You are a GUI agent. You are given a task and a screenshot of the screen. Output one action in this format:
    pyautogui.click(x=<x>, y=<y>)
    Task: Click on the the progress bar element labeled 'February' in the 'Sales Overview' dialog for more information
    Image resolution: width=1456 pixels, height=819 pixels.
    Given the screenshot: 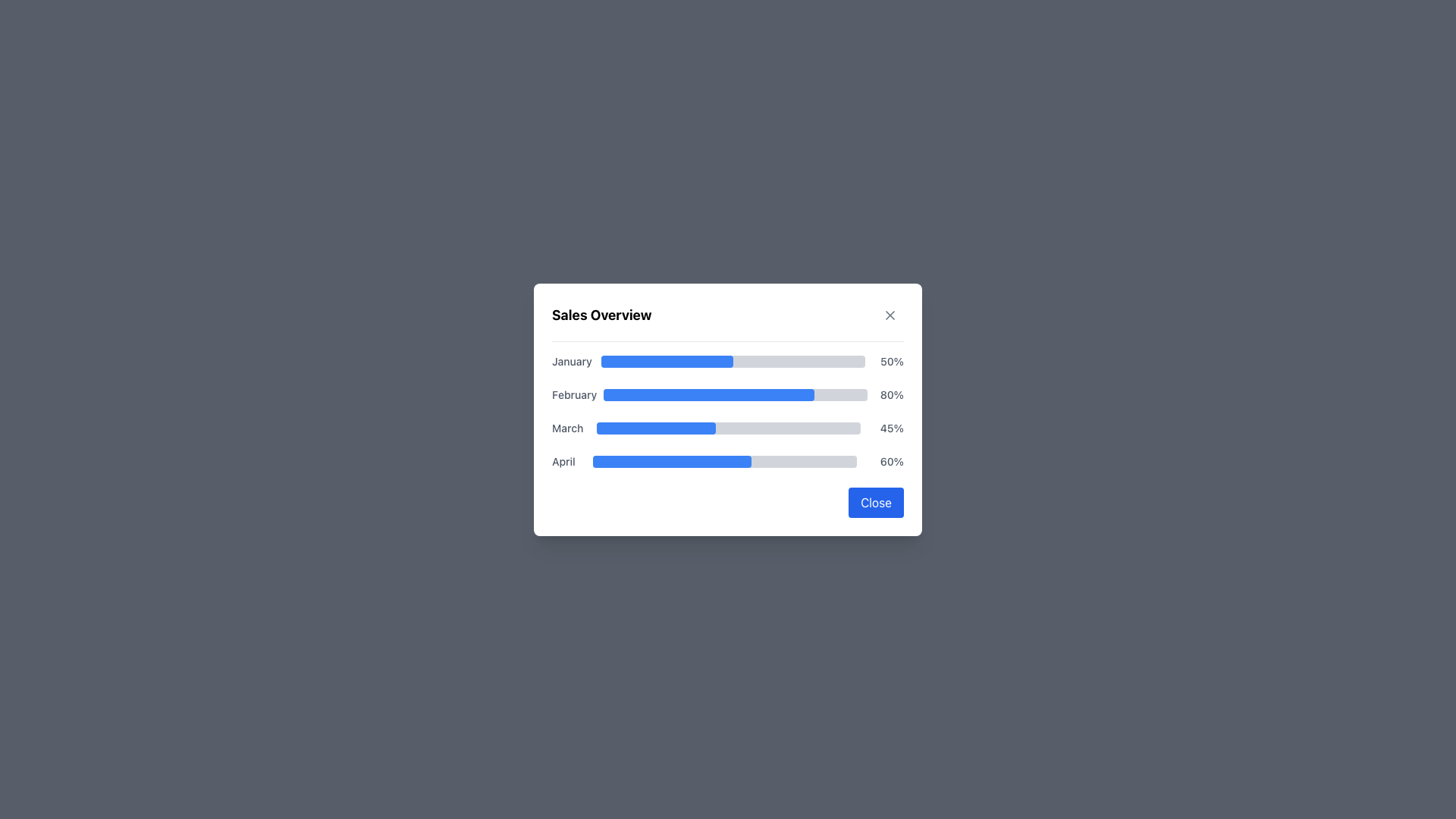 What is the action you would take?
    pyautogui.click(x=728, y=394)
    